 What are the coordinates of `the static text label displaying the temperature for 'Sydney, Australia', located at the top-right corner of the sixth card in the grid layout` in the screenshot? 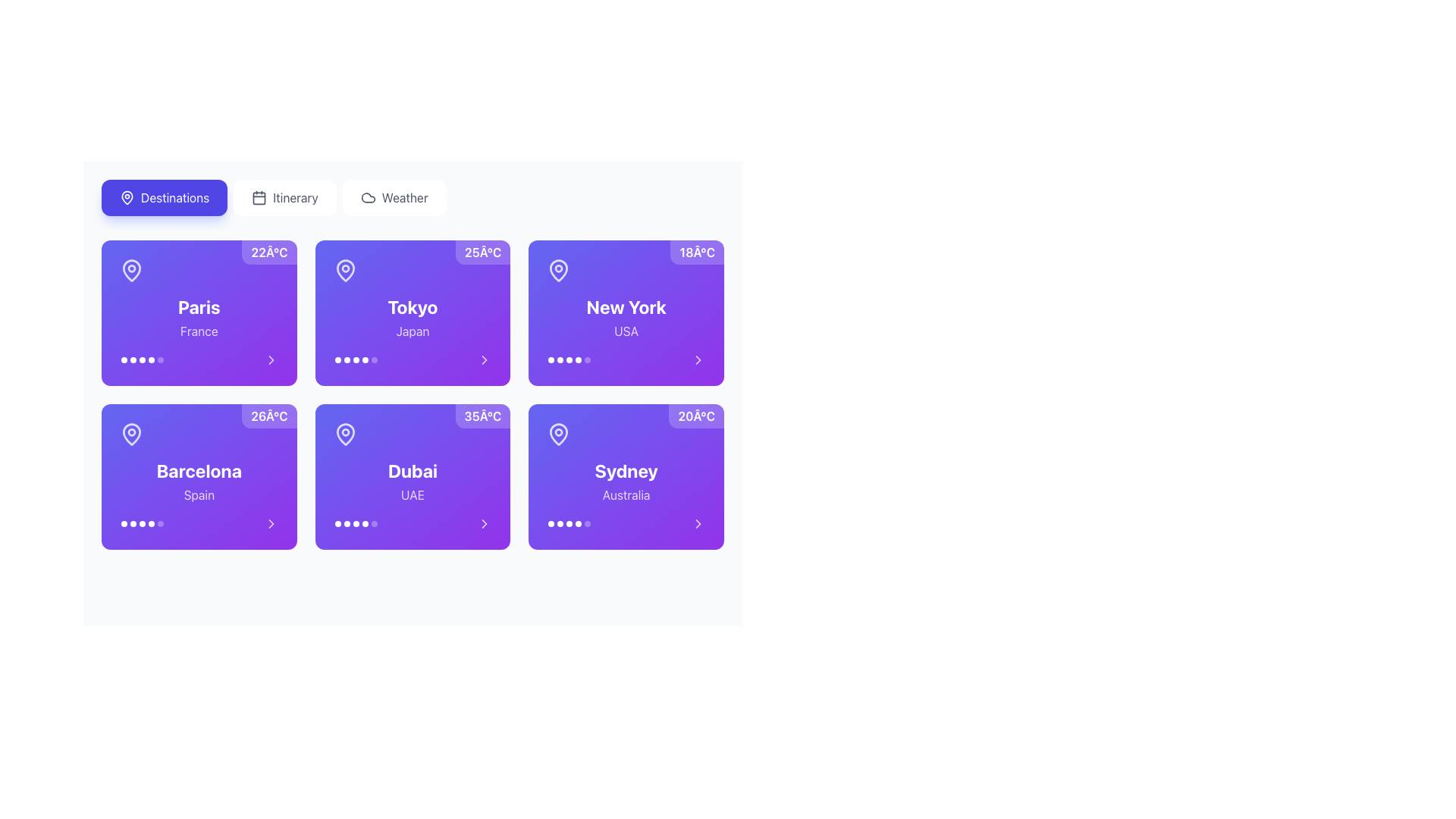 It's located at (695, 416).